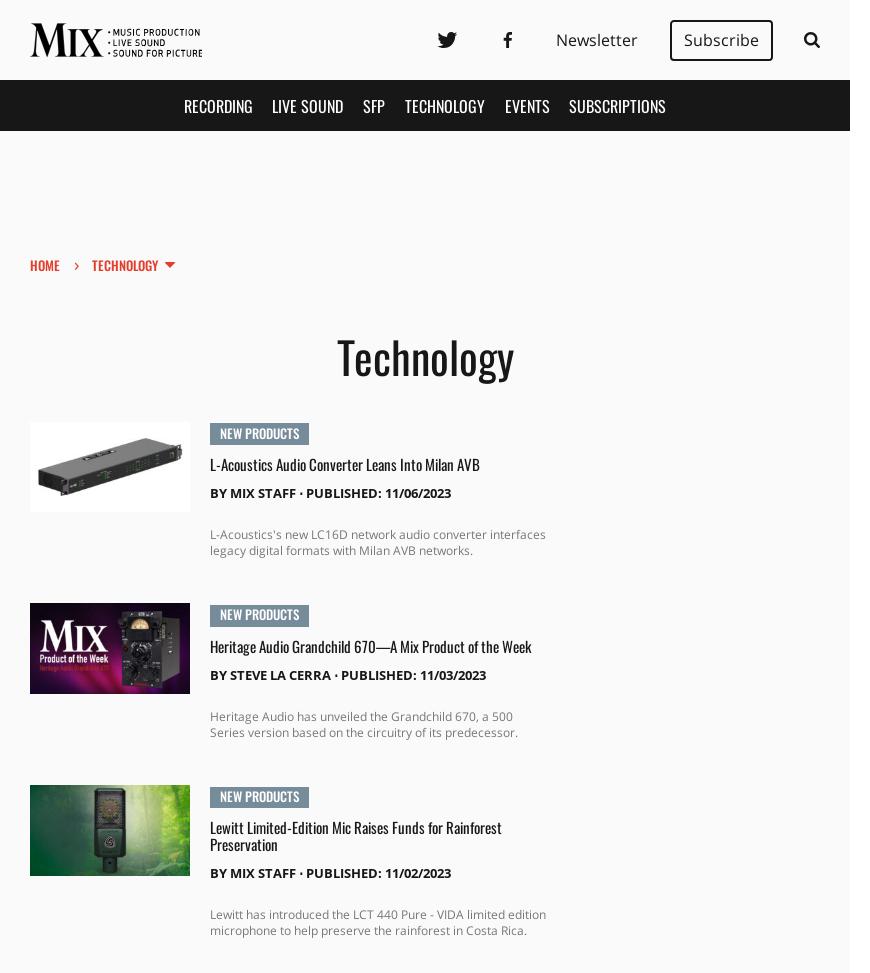  What do you see at coordinates (616, 104) in the screenshot?
I see `'Subscriptions'` at bounding box center [616, 104].